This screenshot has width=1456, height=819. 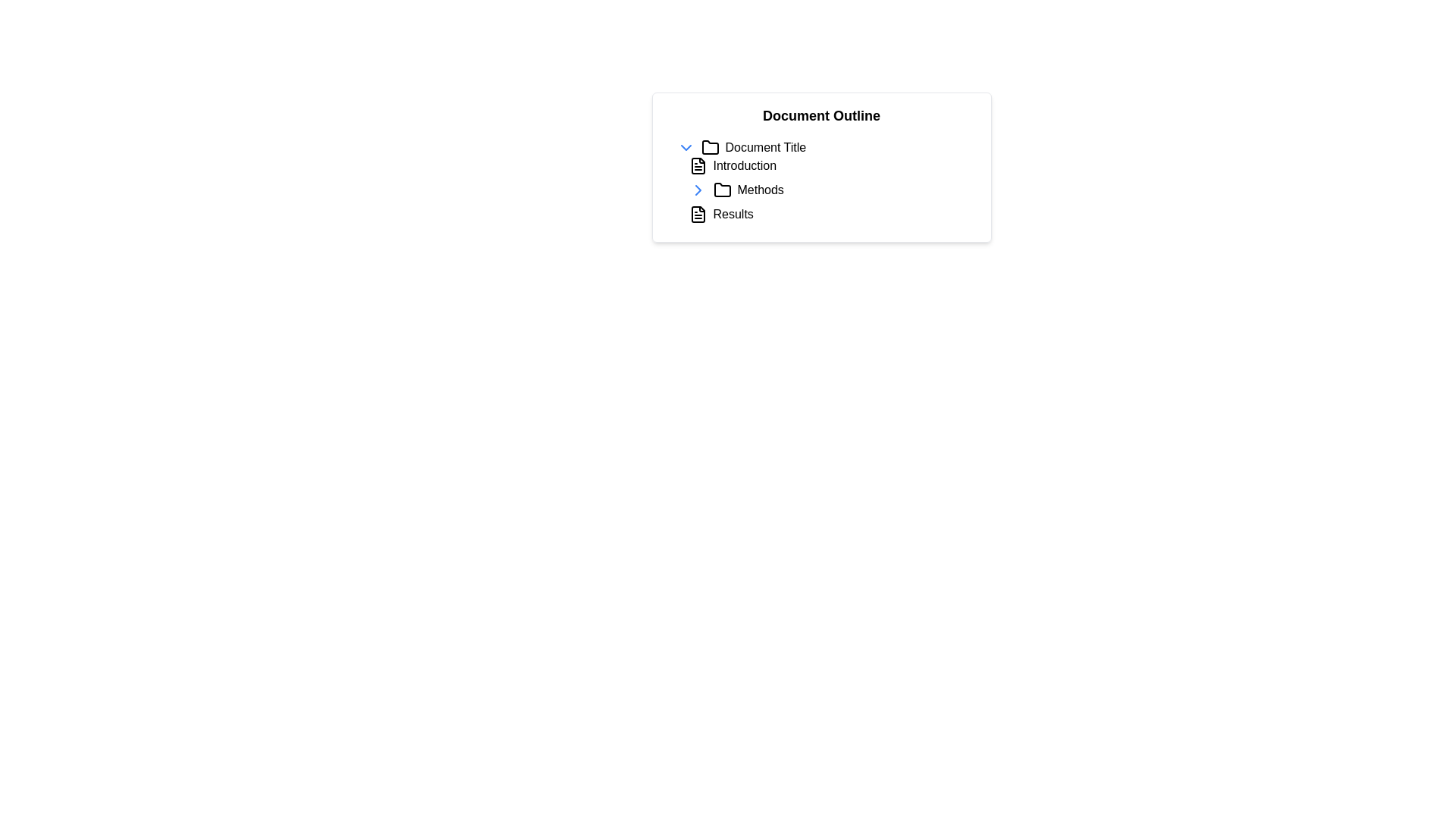 What do you see at coordinates (709, 147) in the screenshot?
I see `the folder icon located to the left of the 'Document Title' text in the 'Document Outline' section` at bounding box center [709, 147].